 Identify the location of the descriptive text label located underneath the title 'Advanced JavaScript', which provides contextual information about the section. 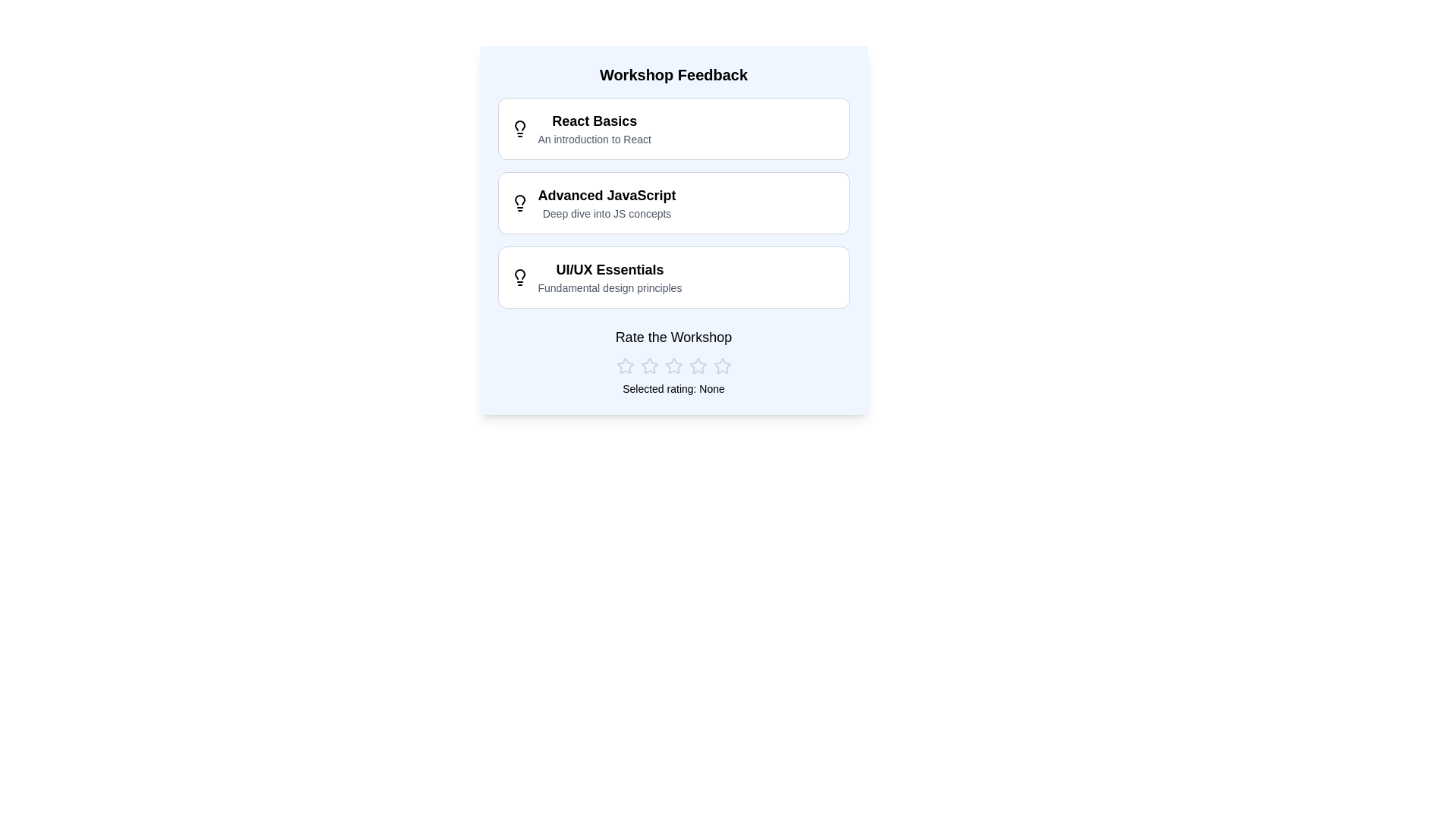
(607, 213).